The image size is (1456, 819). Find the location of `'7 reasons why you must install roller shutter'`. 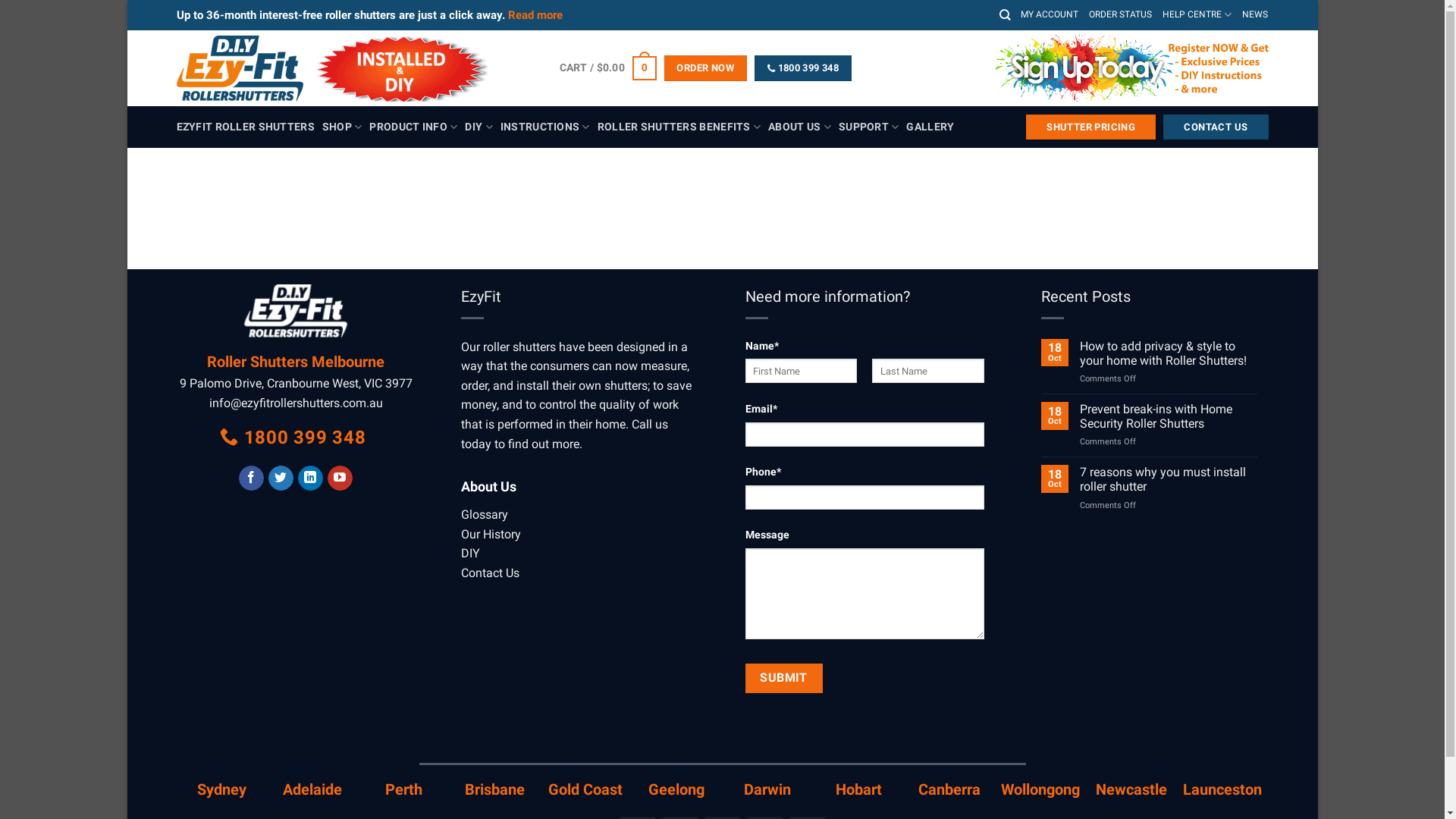

'7 reasons why you must install roller shutter' is located at coordinates (1167, 479).